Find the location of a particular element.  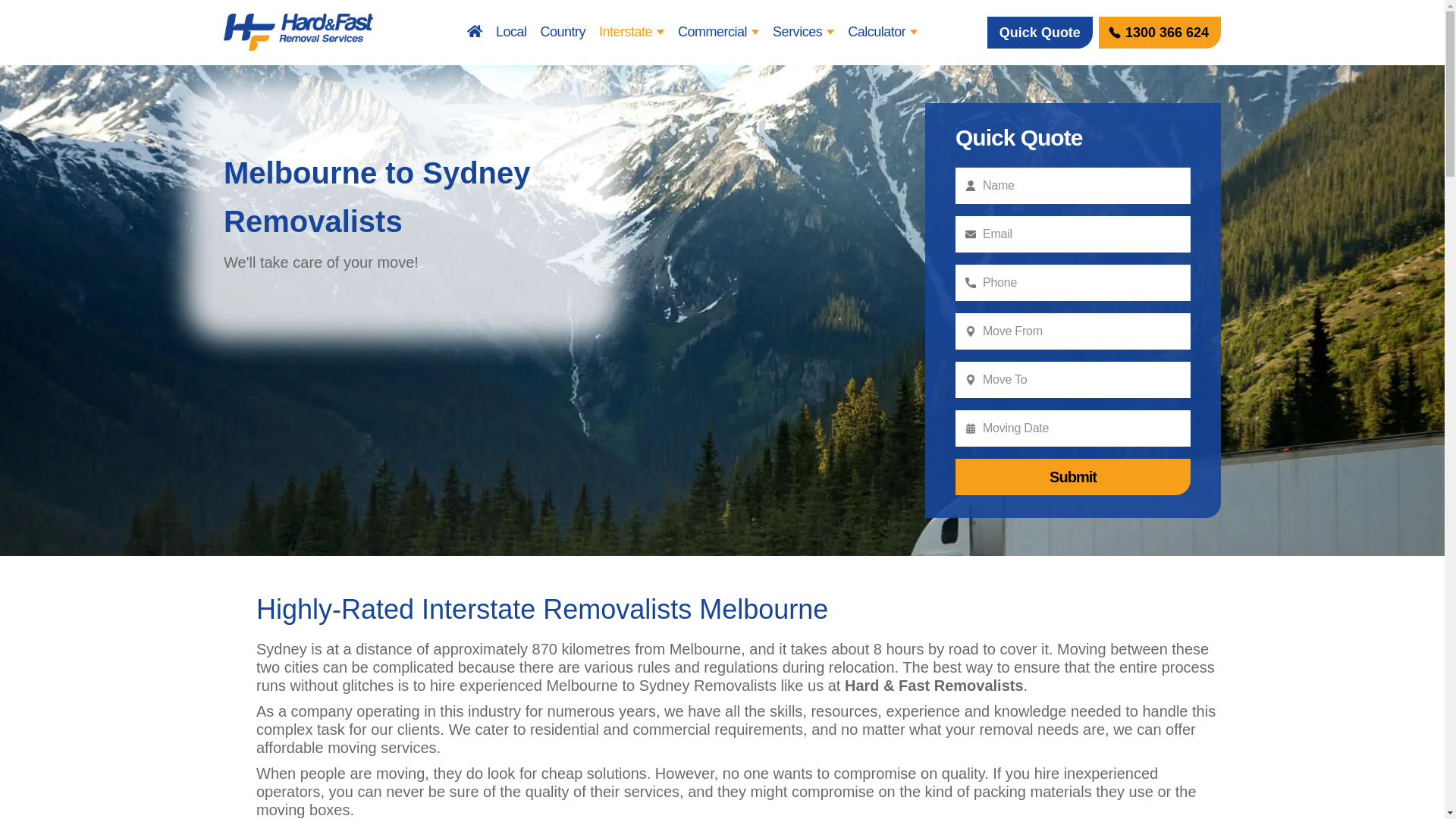

'Calculator' is located at coordinates (882, 32).